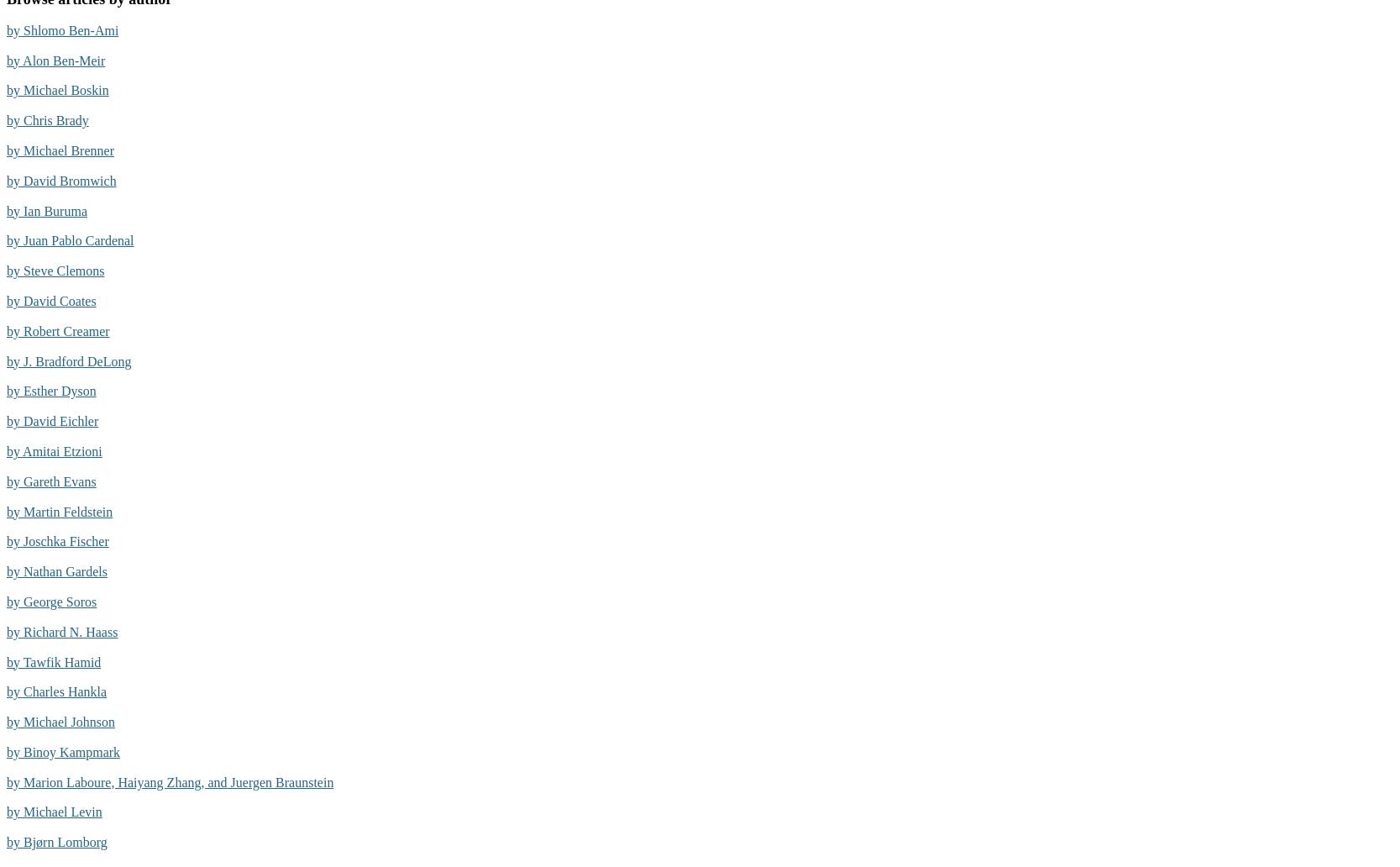 The image size is (1400, 867). I want to click on 'by Marion Laboure, Haiyang Zhang, and Juergen Braunstein', so click(169, 780).